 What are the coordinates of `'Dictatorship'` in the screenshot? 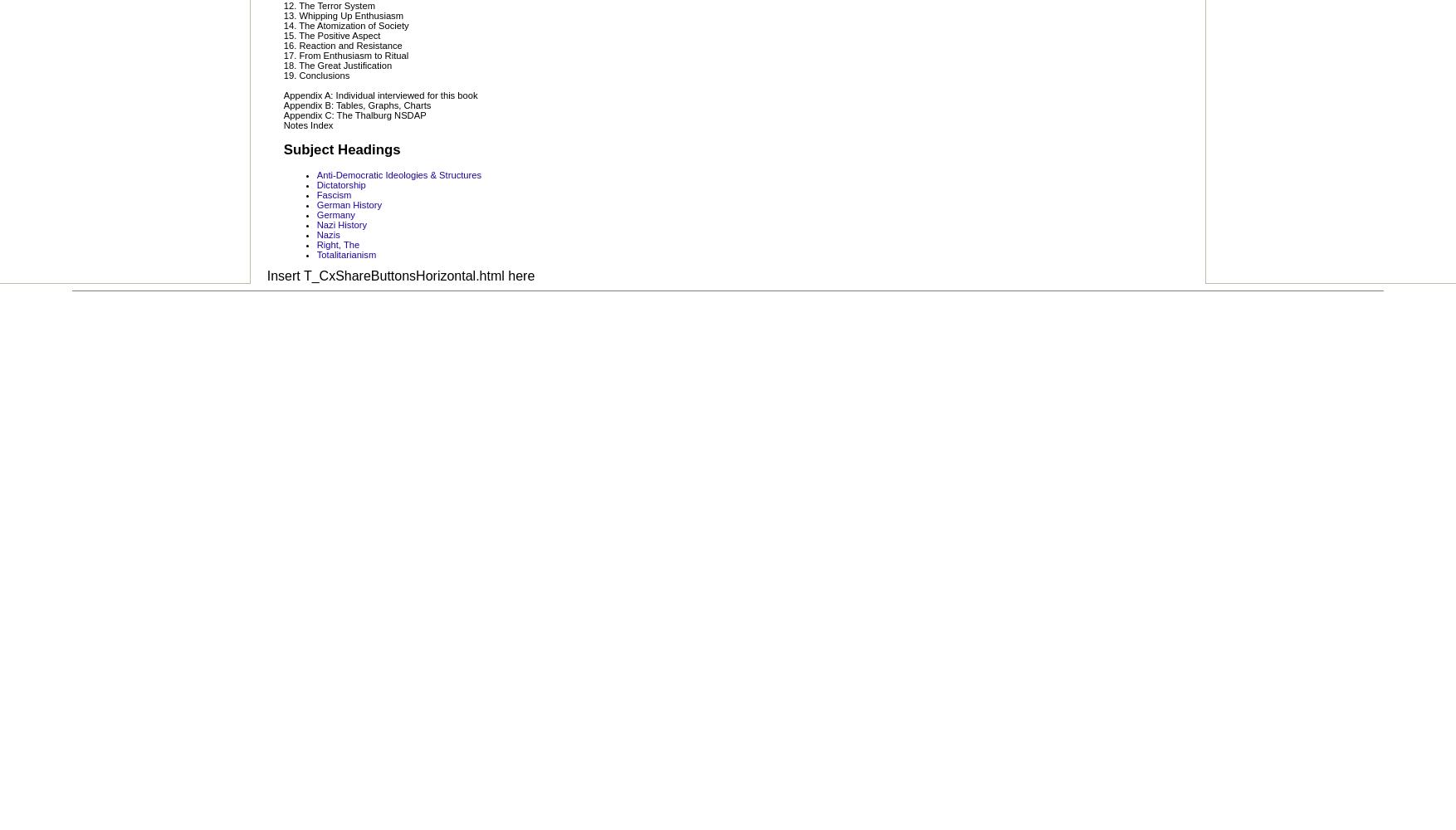 It's located at (340, 183).